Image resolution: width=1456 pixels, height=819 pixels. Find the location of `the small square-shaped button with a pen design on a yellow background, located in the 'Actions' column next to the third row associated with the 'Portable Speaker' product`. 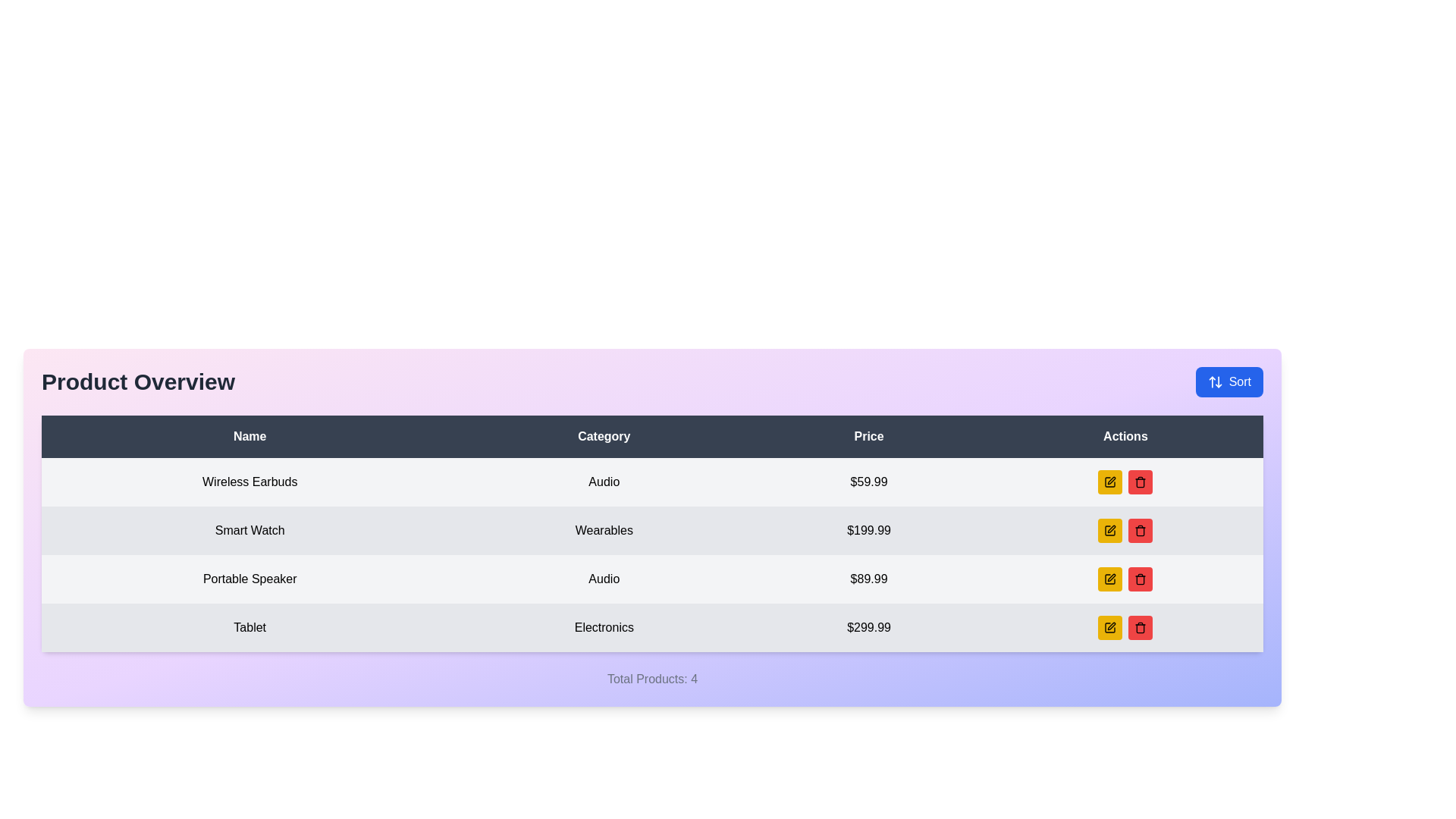

the small square-shaped button with a pen design on a yellow background, located in the 'Actions' column next to the third row associated with the 'Portable Speaker' product is located at coordinates (1110, 529).